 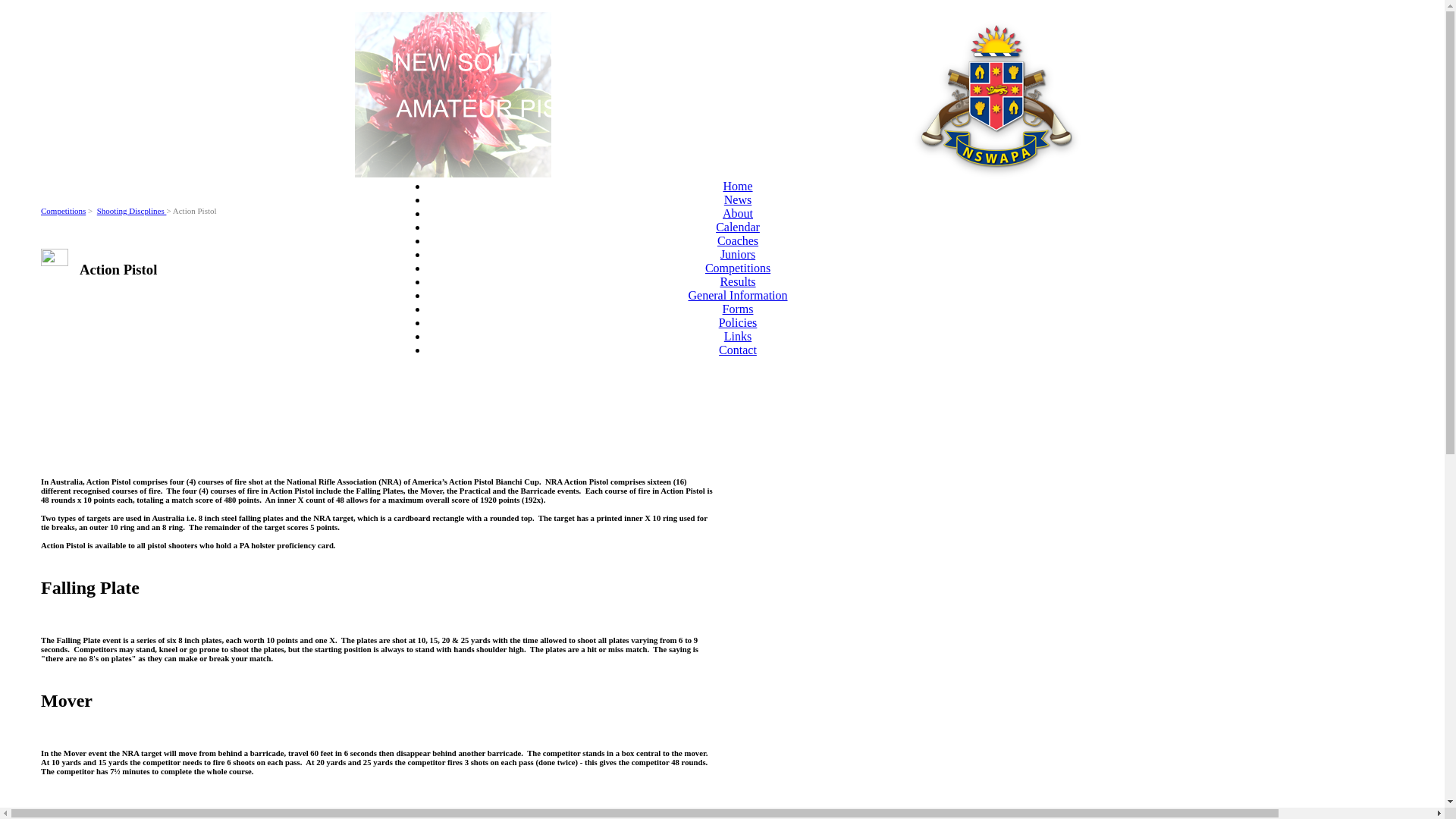 What do you see at coordinates (738, 267) in the screenshot?
I see `'Competitions'` at bounding box center [738, 267].